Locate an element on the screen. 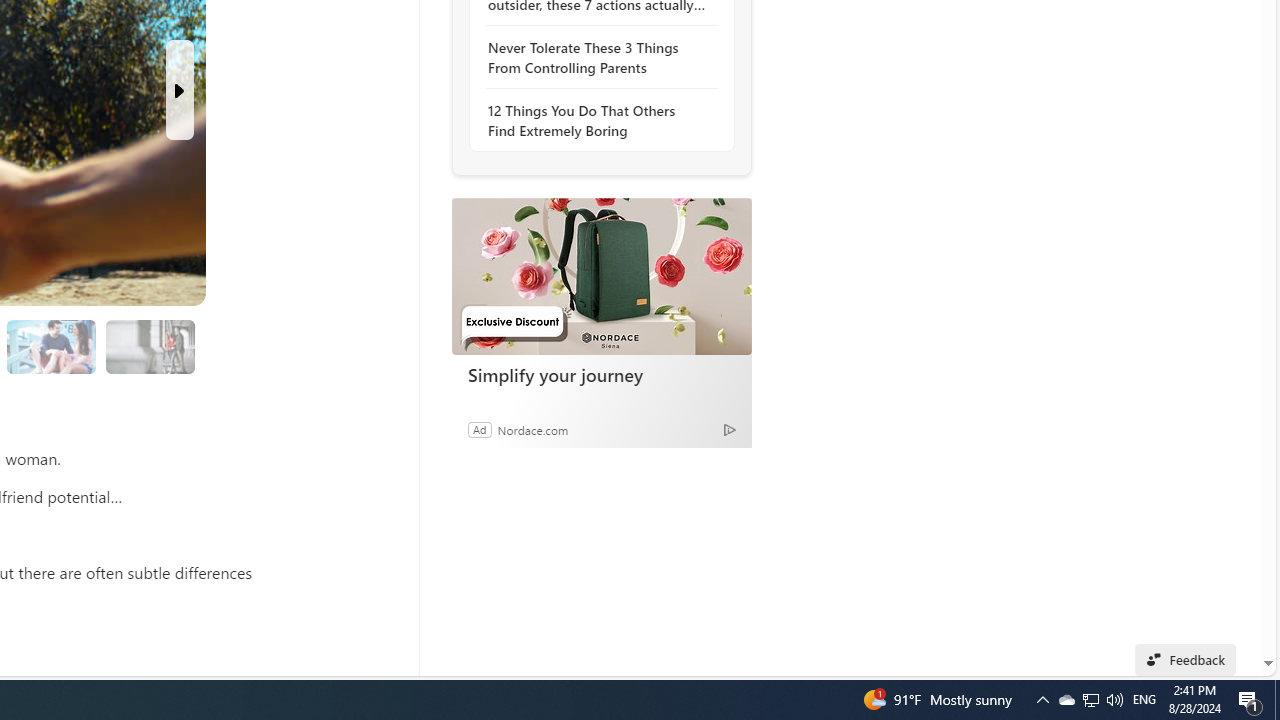 The height and width of the screenshot is (720, 1280). 'Simplify your journey' is located at coordinates (600, 276).